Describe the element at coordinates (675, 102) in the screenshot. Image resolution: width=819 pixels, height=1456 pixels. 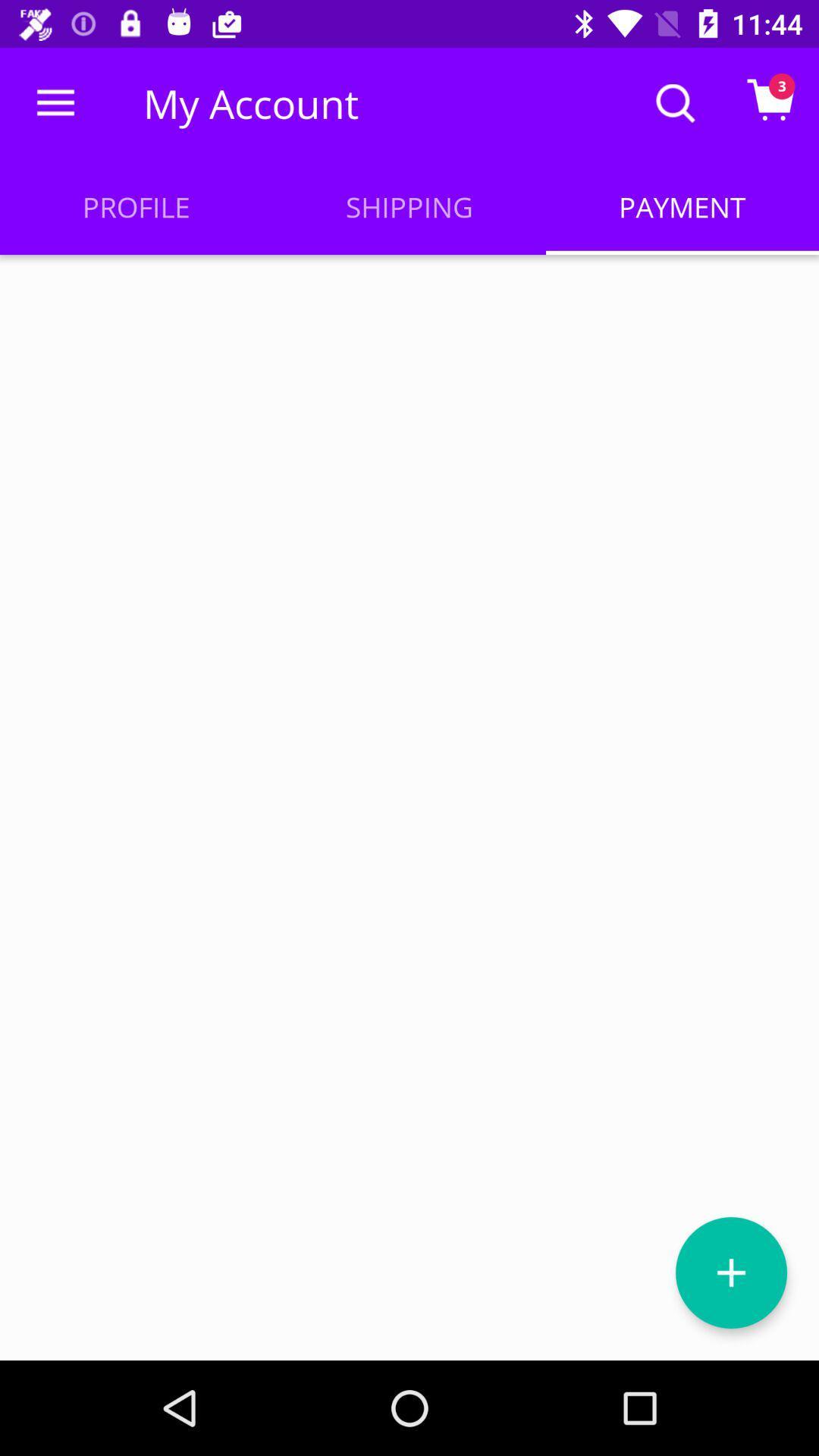
I see `the search option` at that location.